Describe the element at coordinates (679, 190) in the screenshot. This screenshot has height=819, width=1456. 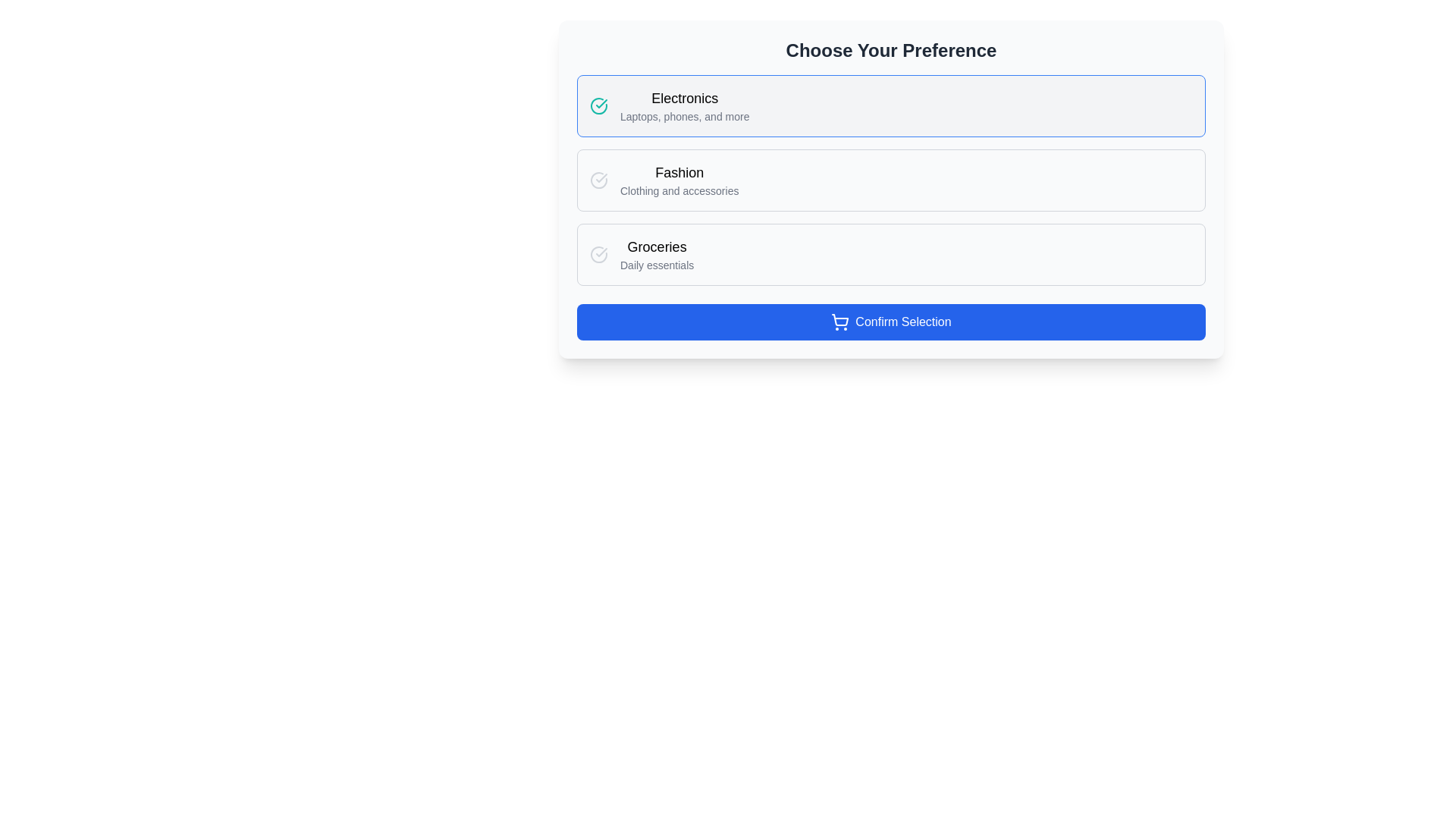
I see `the text label 'Clothing and accessories', which is styled with smaller gray text and located below the 'Fashion' heading in a vertical list of selectable preferences` at that location.